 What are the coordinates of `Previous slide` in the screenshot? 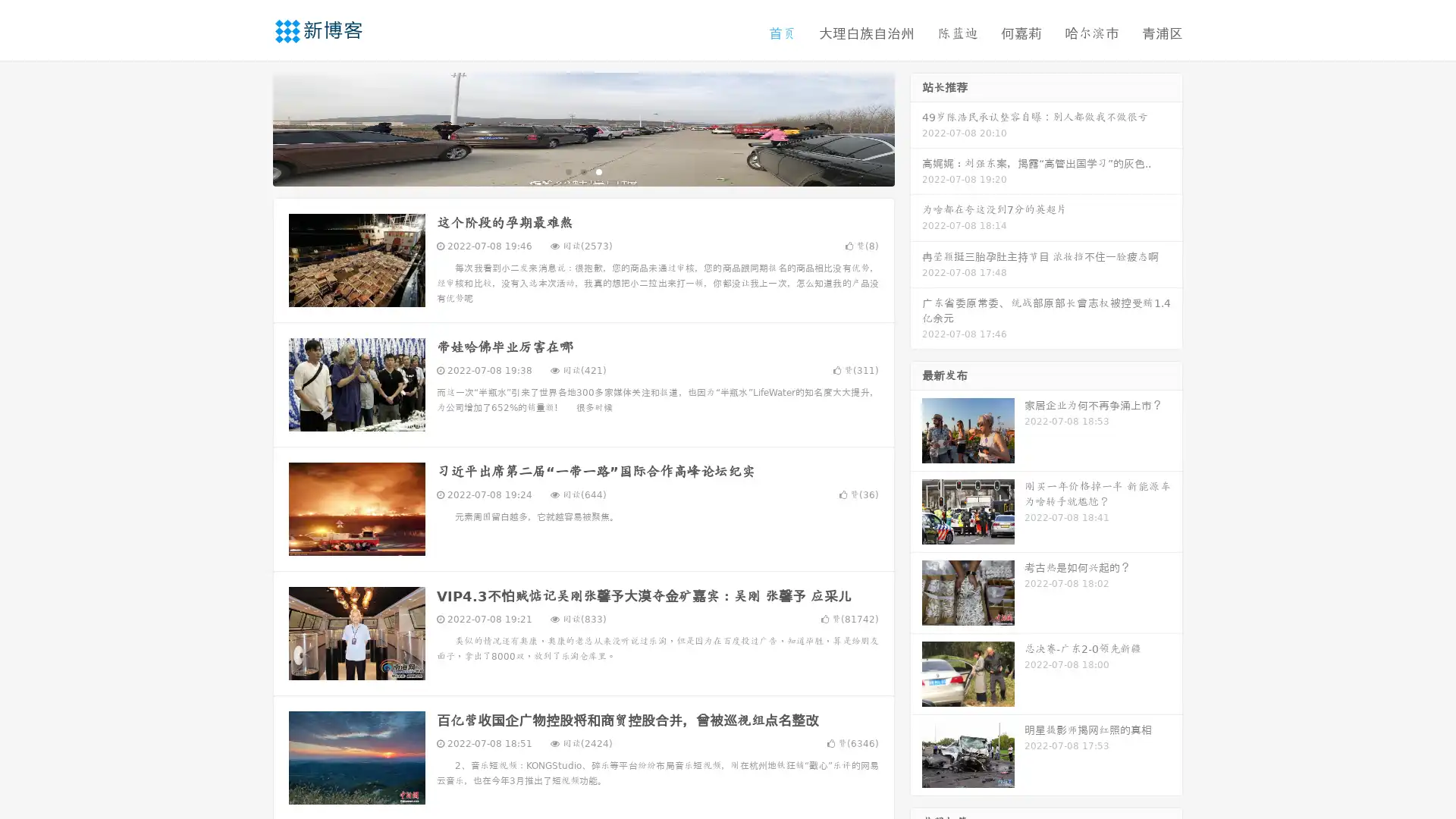 It's located at (250, 127).